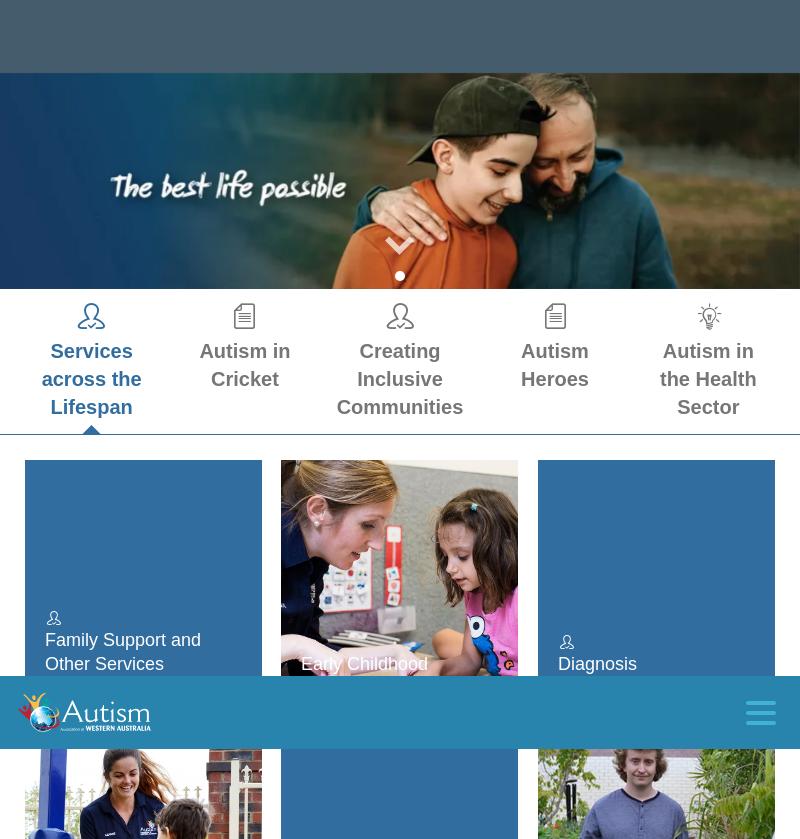 The image size is (800, 839). Describe the element at coordinates (82, 642) in the screenshot. I see `'Connect With Us'` at that location.